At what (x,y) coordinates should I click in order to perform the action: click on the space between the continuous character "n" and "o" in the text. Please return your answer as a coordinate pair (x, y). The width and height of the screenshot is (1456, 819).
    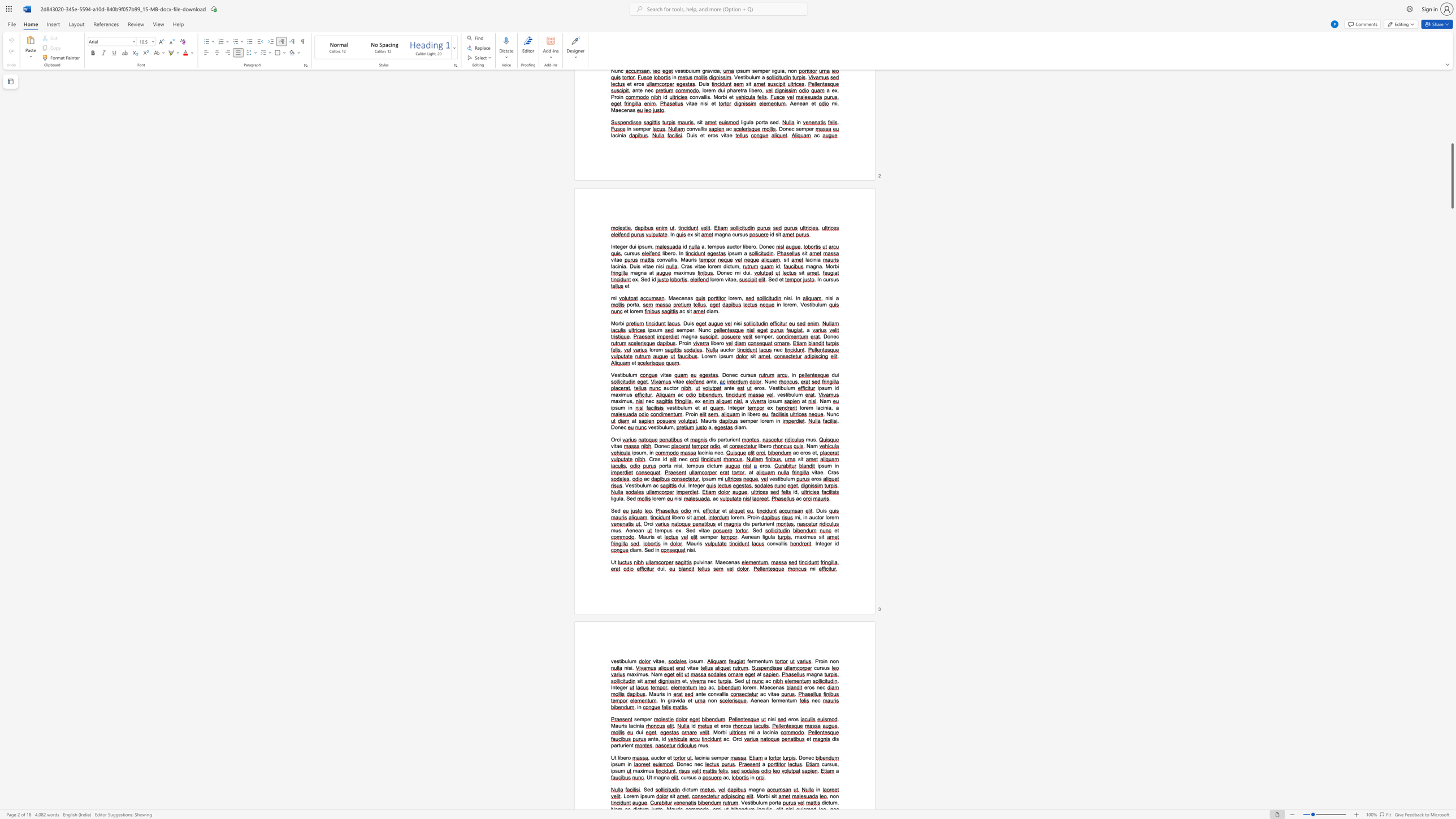
    Looking at the image, I should click on (832, 661).